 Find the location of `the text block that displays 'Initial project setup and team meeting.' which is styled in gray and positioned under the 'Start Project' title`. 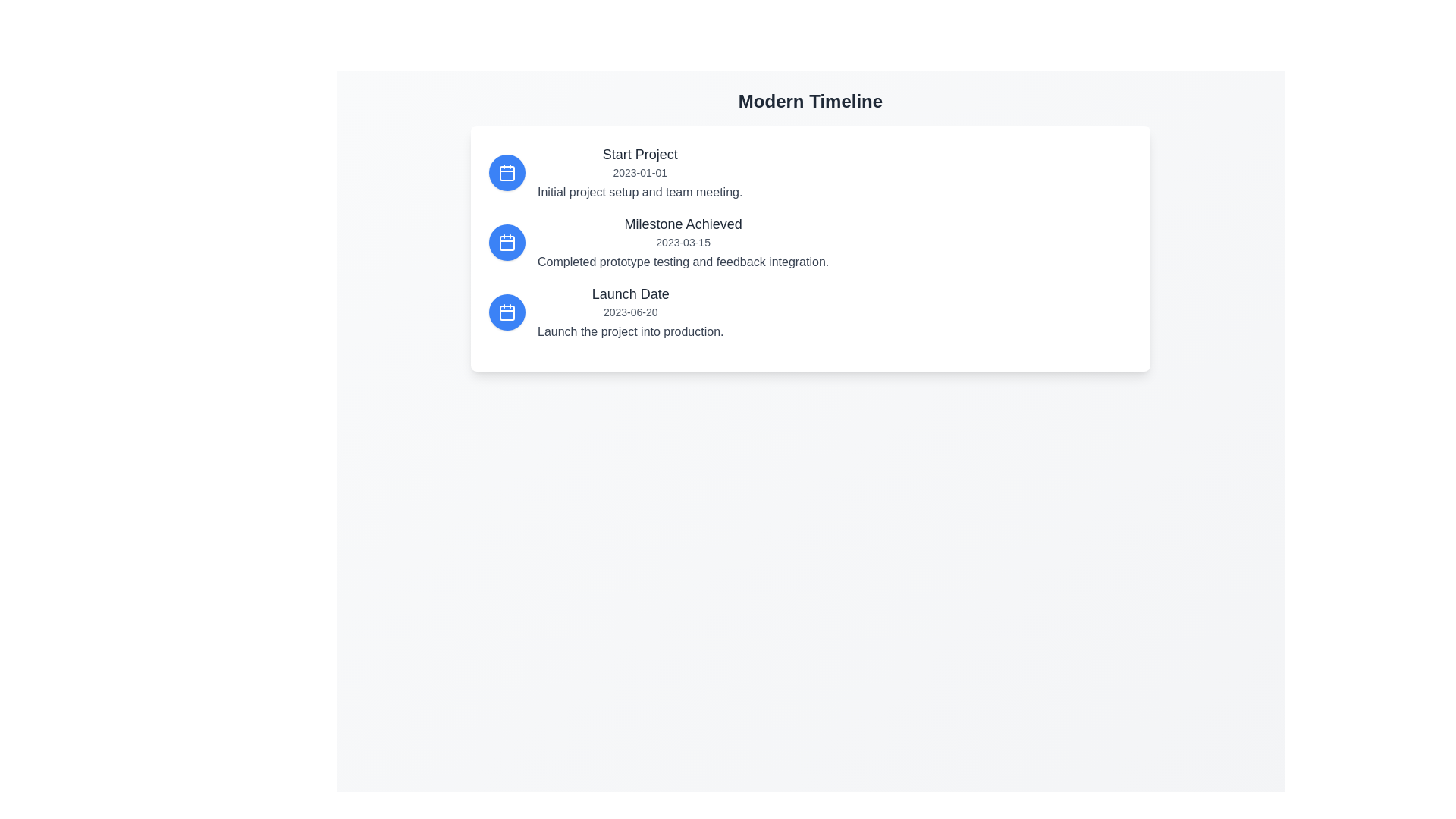

the text block that displays 'Initial project setup and team meeting.' which is styled in gray and positioned under the 'Start Project' title is located at coordinates (640, 192).